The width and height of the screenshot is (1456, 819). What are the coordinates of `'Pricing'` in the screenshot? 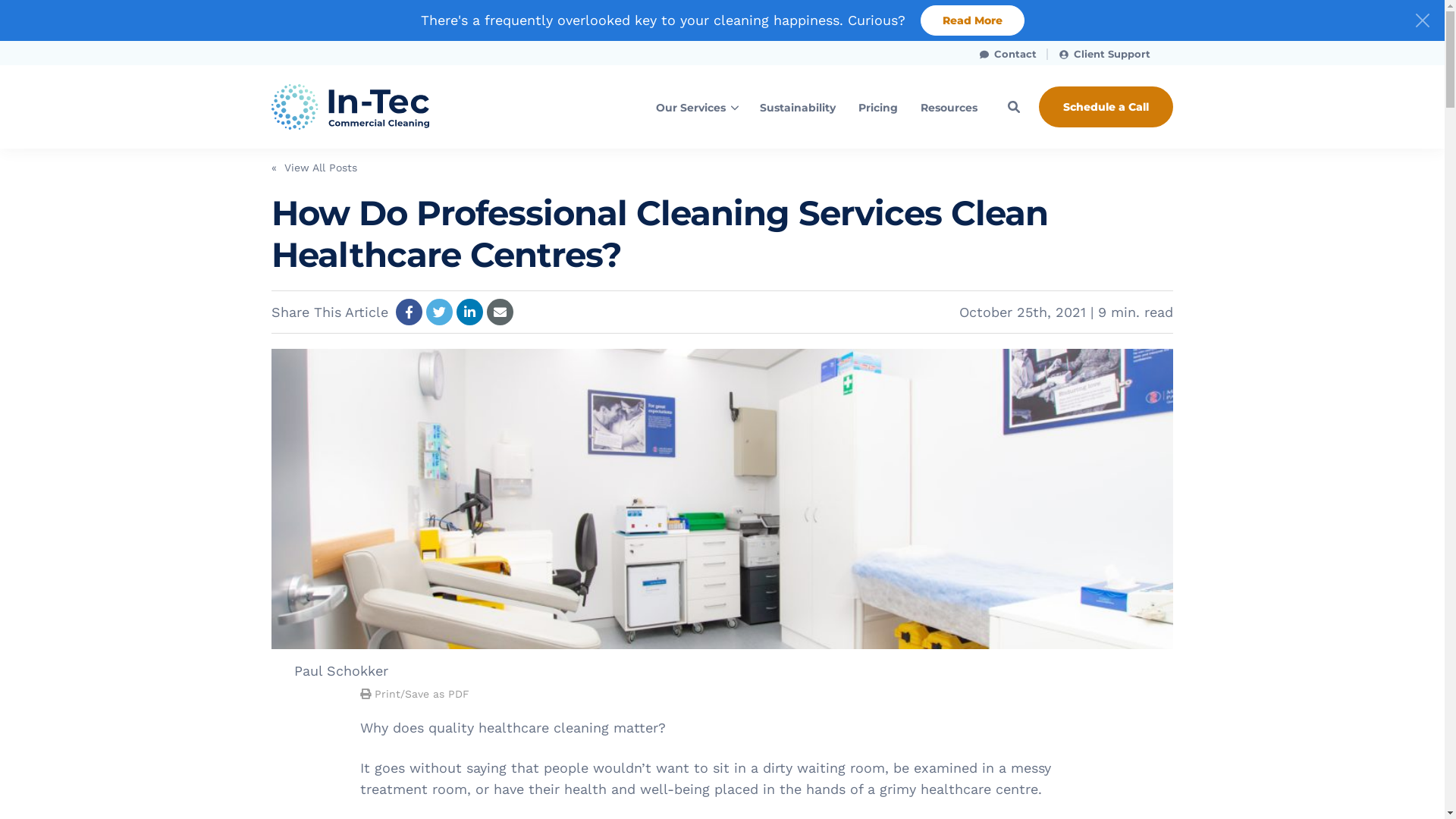 It's located at (877, 106).